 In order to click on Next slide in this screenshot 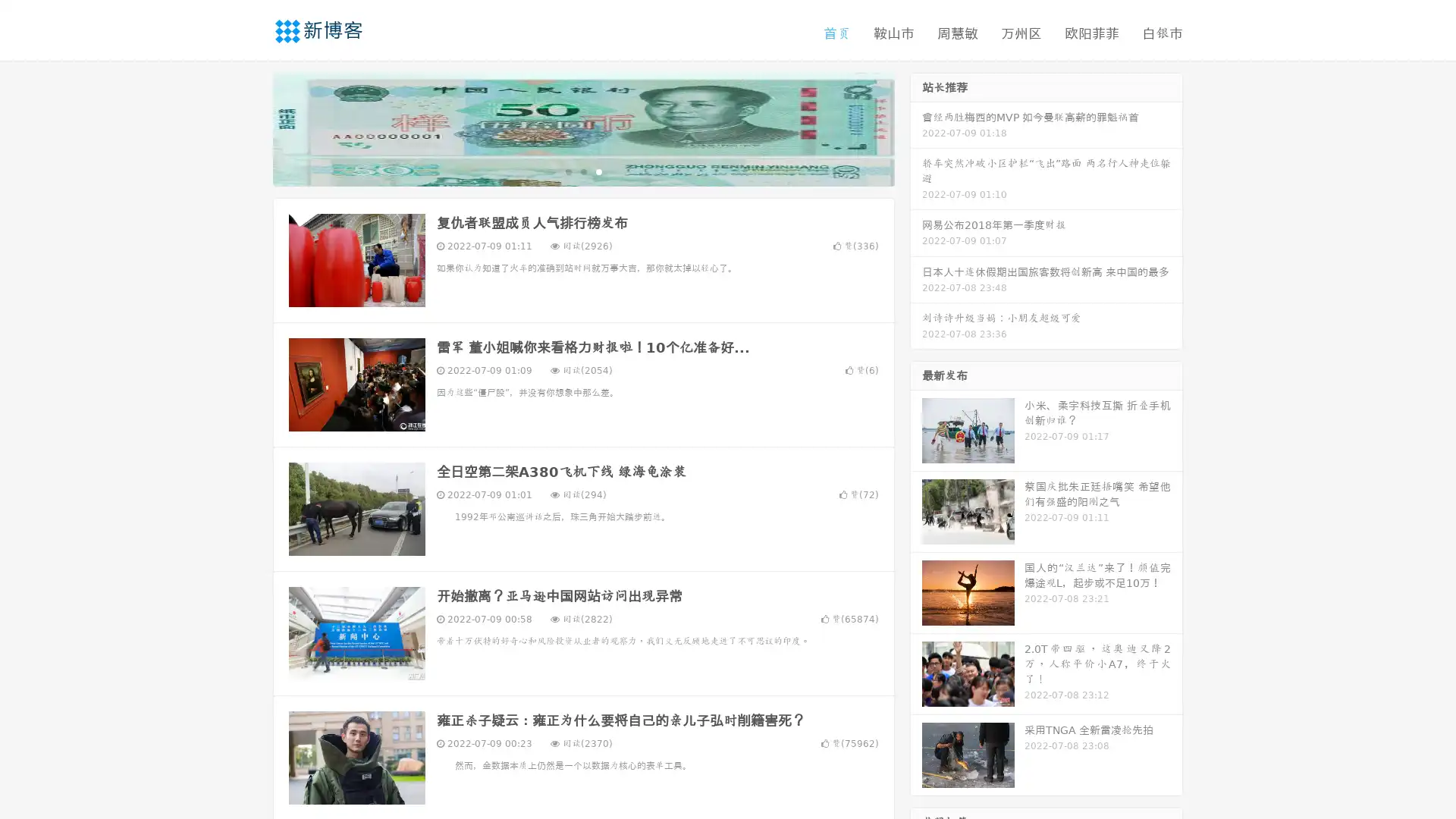, I will do `click(916, 127)`.